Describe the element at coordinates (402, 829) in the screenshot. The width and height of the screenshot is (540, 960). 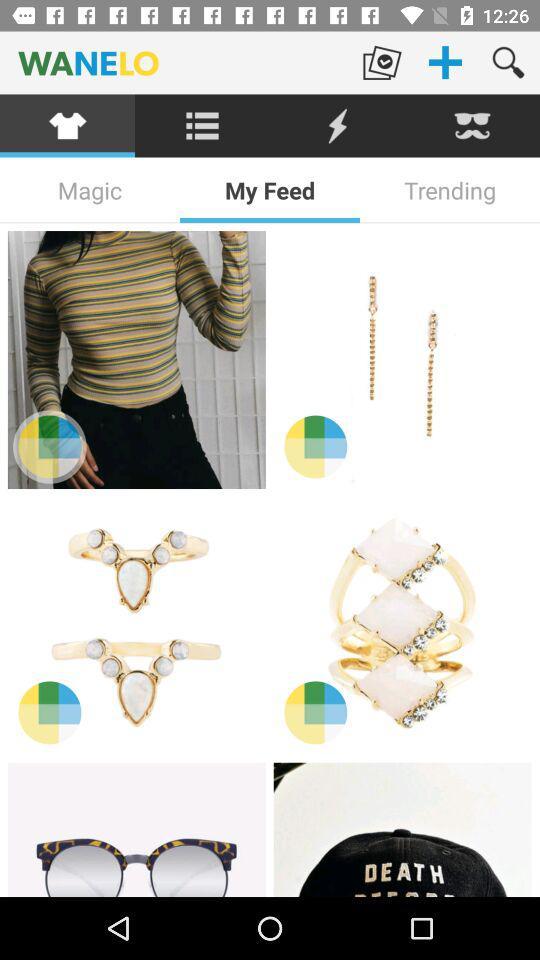
I see `hat option` at that location.